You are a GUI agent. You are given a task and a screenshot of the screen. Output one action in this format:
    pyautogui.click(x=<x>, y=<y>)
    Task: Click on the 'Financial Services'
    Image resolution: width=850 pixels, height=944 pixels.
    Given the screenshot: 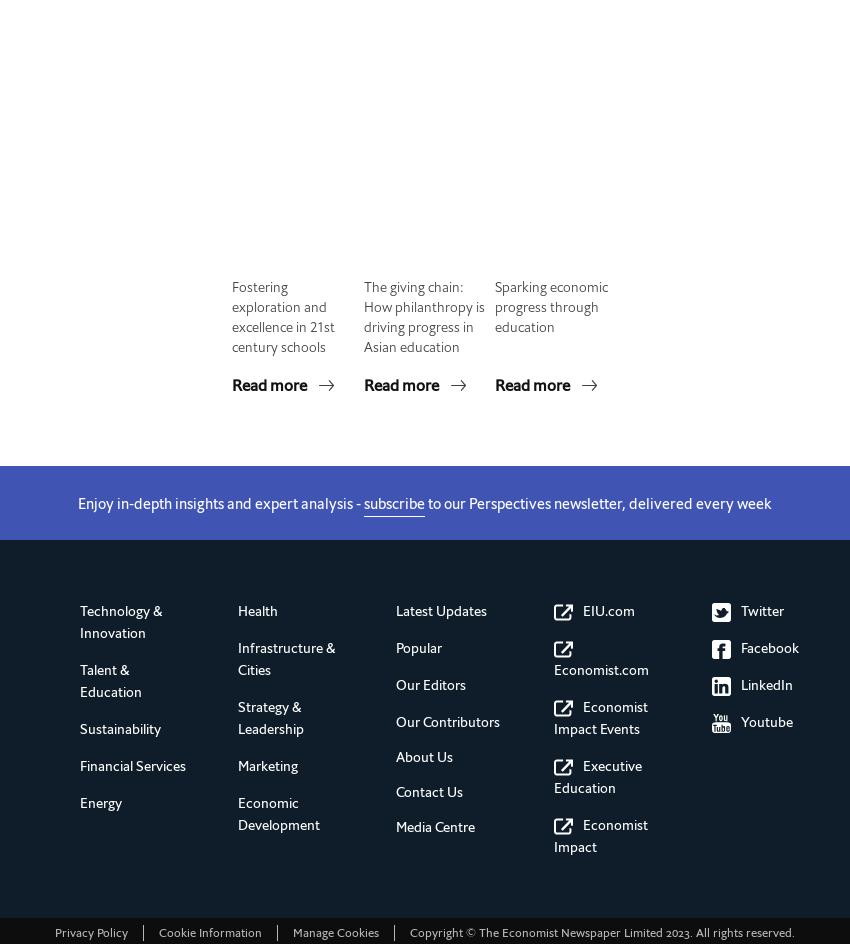 What is the action you would take?
    pyautogui.click(x=133, y=766)
    